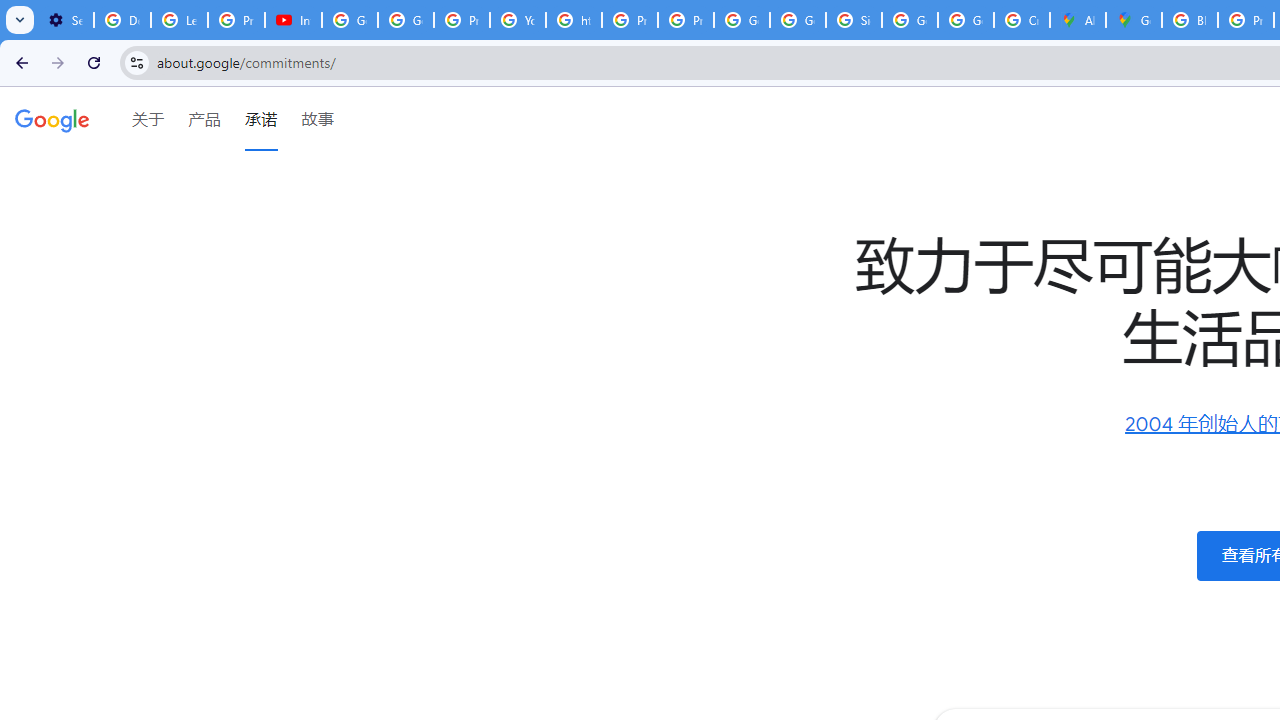 The image size is (1280, 720). Describe the element at coordinates (179, 20) in the screenshot. I see `'Learn how to find your photos - Google Photos Help'` at that location.